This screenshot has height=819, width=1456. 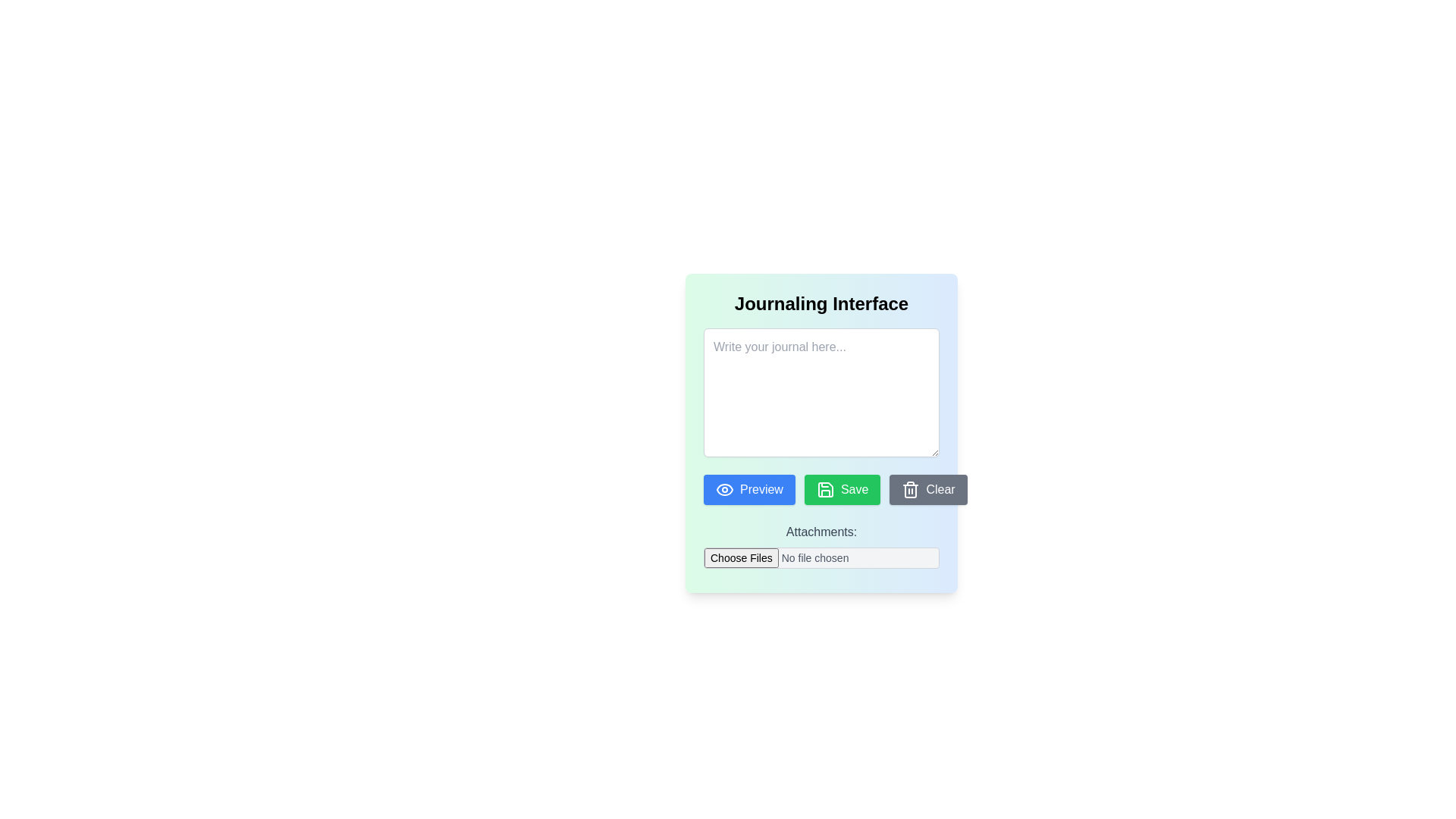 I want to click on the 'Clear' button located on the rightmost position of the three buttons ('Preview', 'Save', and 'Clear') in the journaling interface, so click(x=927, y=489).